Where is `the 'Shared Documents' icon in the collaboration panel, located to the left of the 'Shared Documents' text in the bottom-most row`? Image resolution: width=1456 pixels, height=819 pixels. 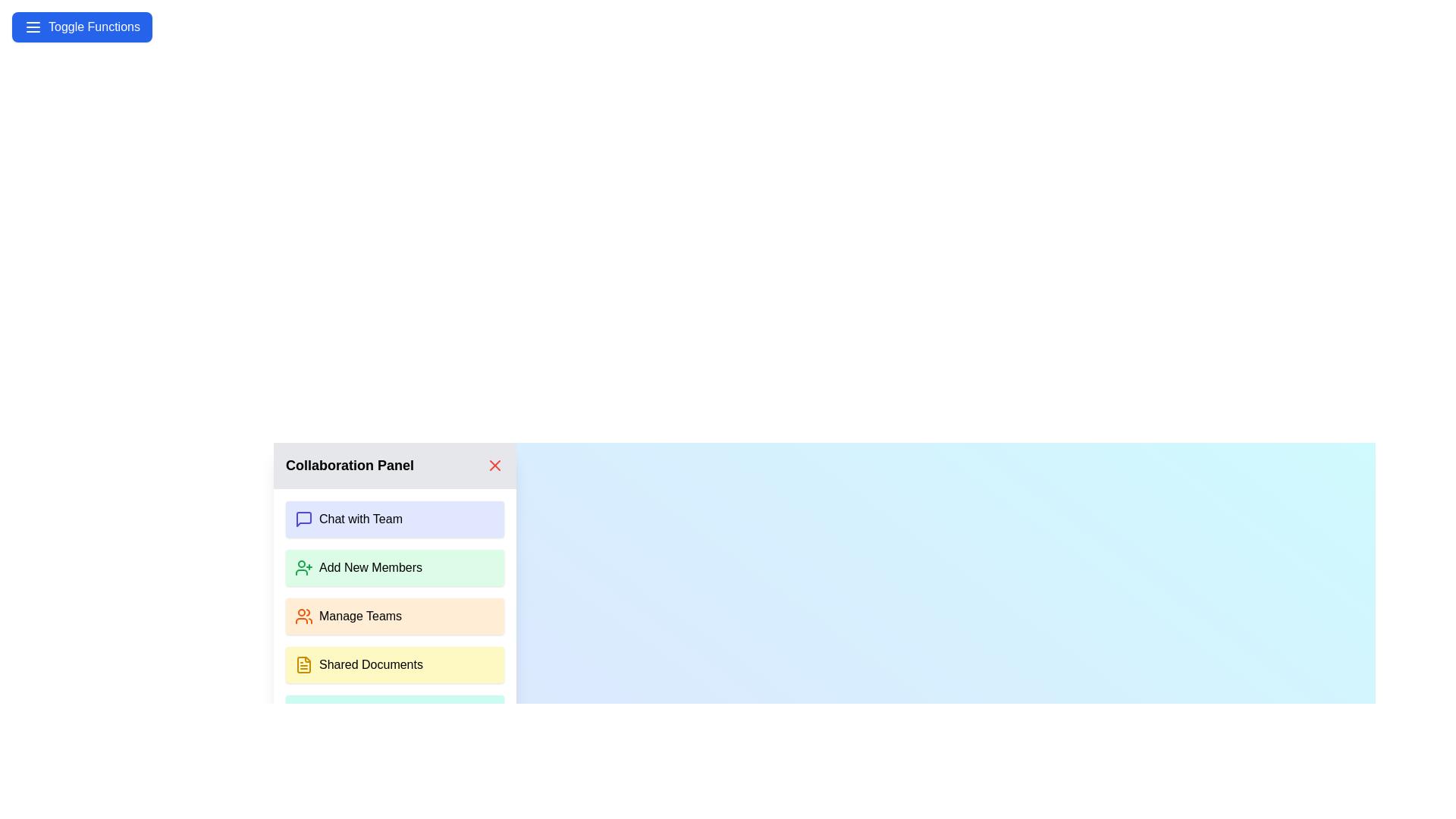
the 'Shared Documents' icon in the collaboration panel, located to the left of the 'Shared Documents' text in the bottom-most row is located at coordinates (303, 664).